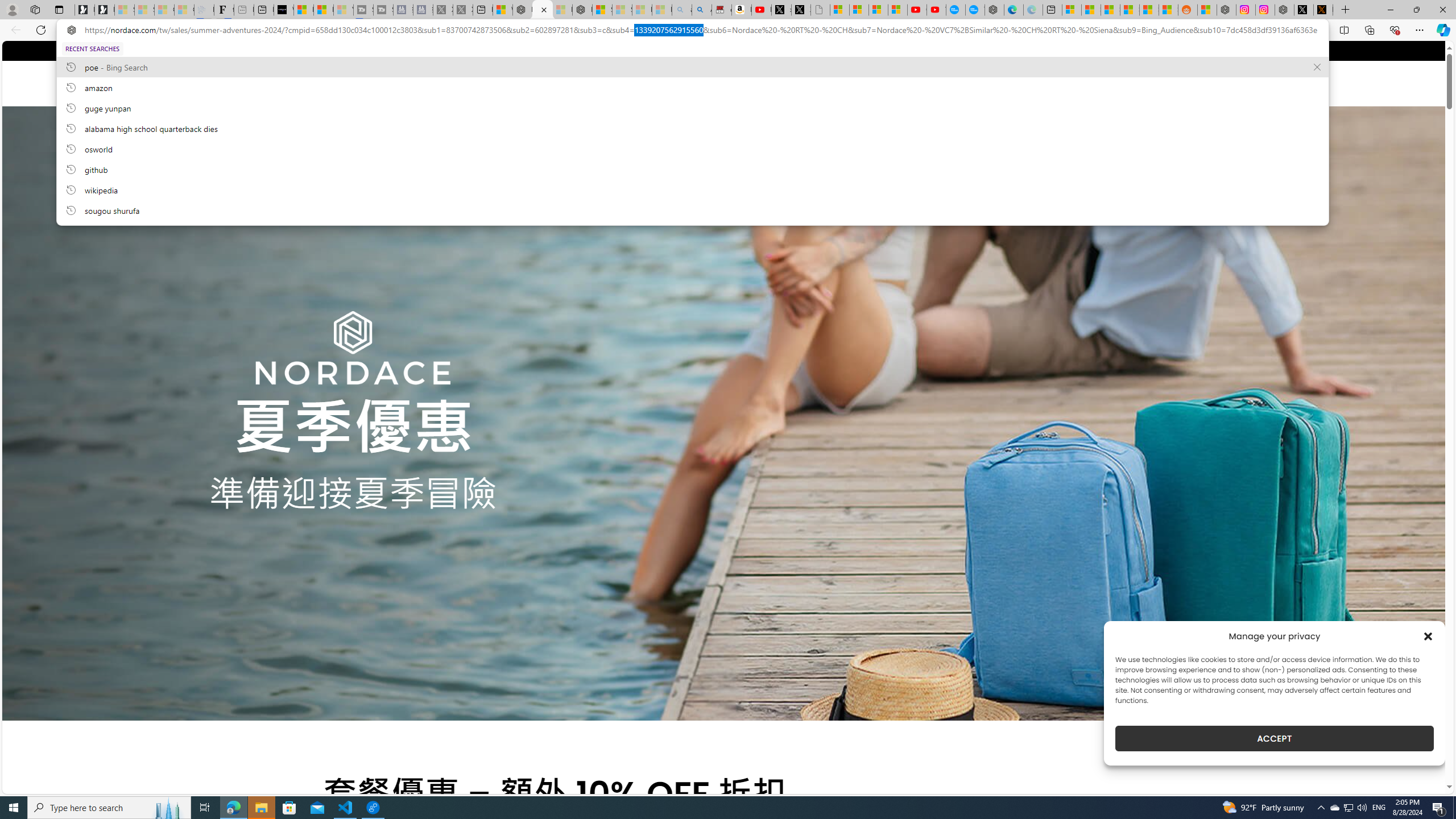 This screenshot has width=1456, height=819. Describe the element at coordinates (681, 9) in the screenshot. I see `'amazon - Search - Sleeping'` at that location.